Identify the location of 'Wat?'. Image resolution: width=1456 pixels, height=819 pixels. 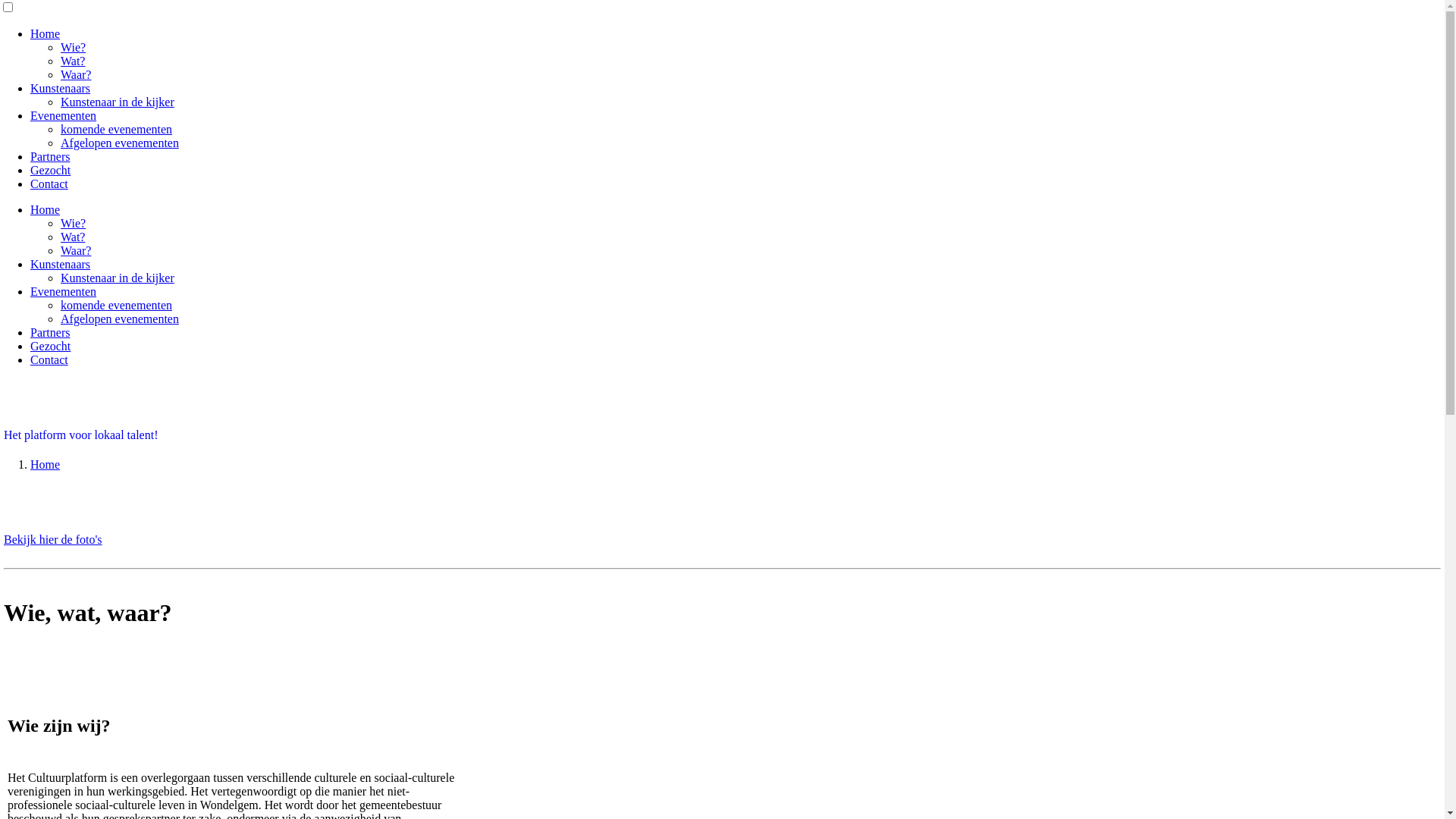
(72, 60).